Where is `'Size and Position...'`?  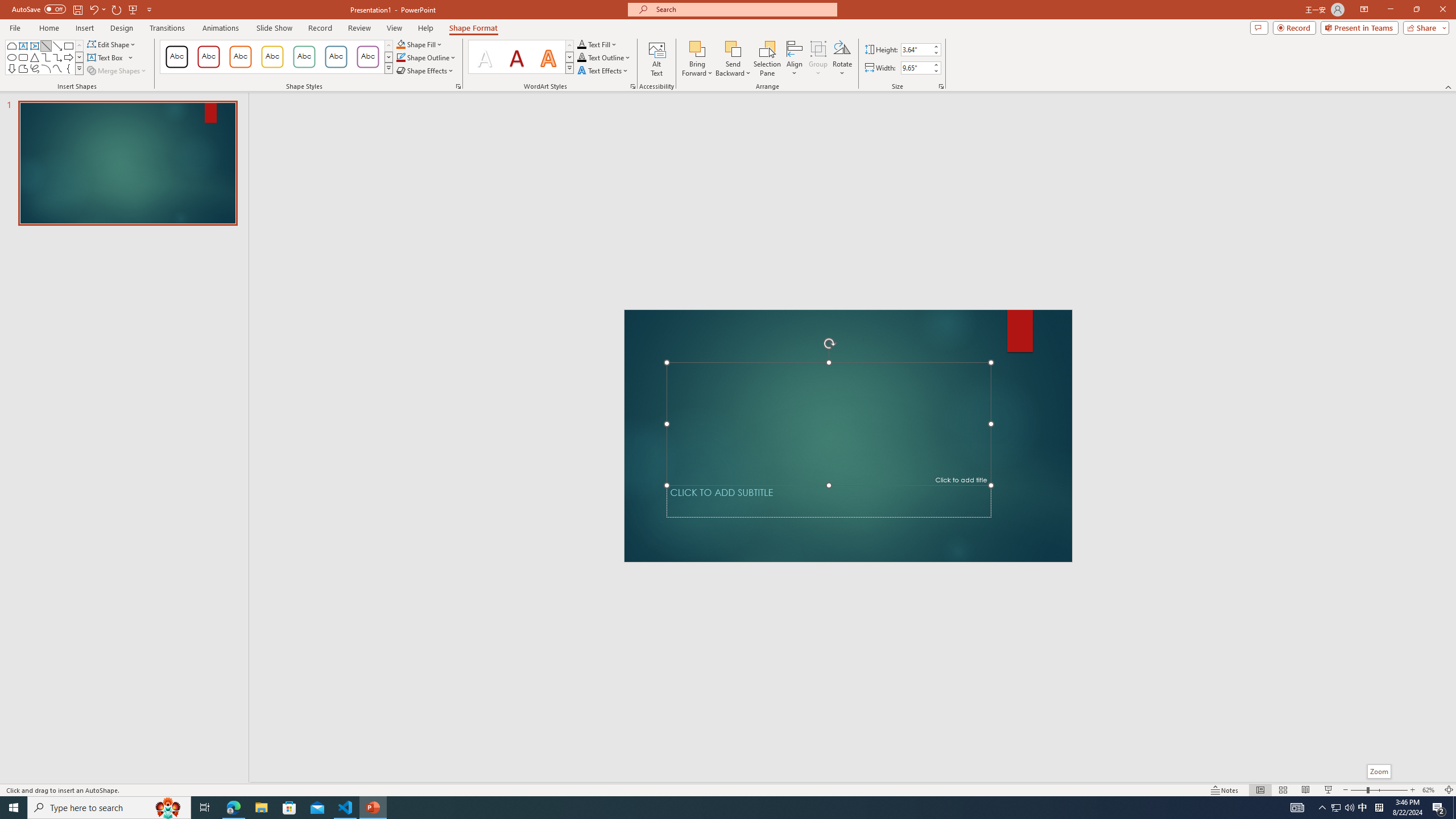 'Size and Position...' is located at coordinates (941, 85).